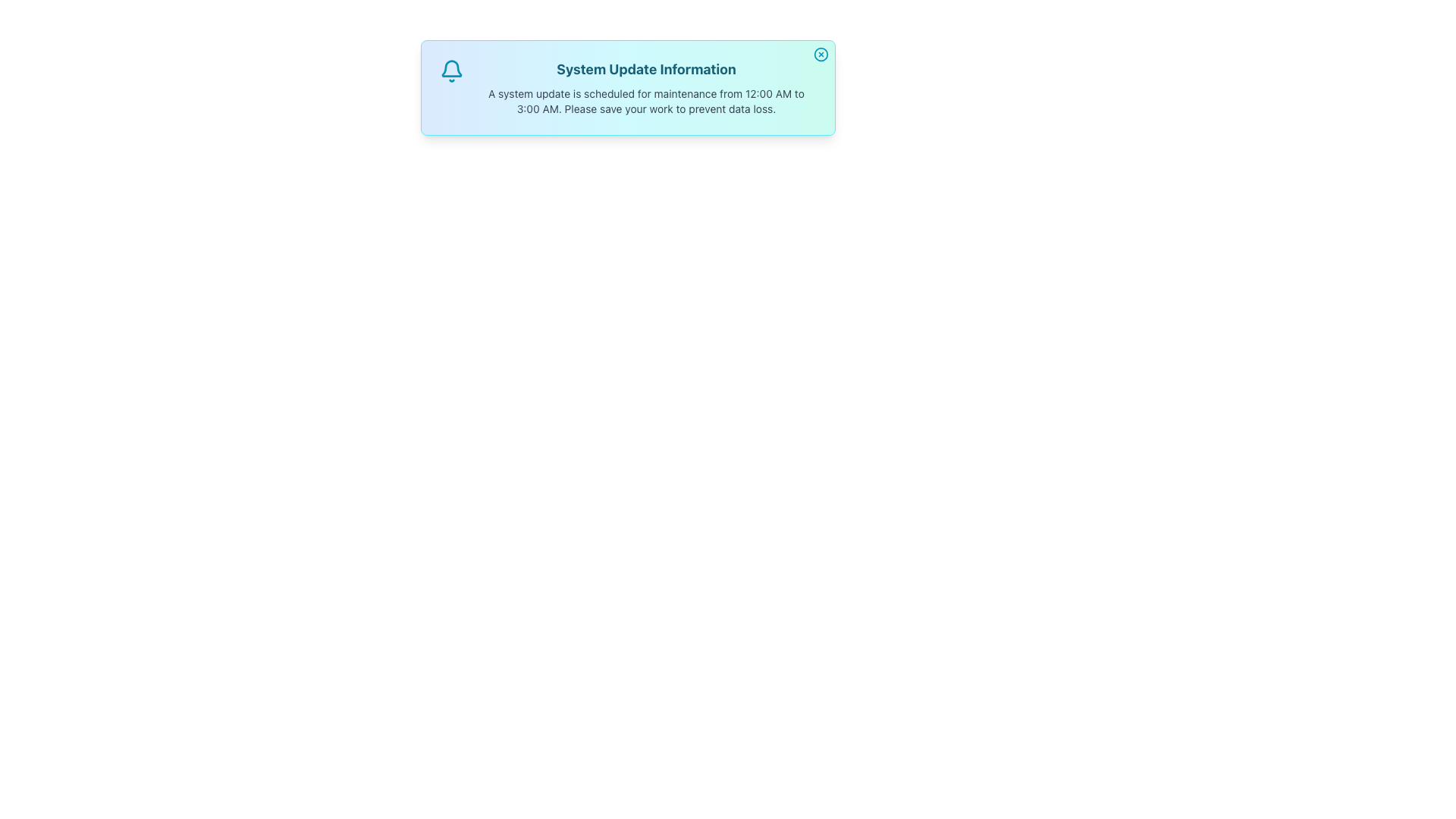 The width and height of the screenshot is (1456, 819). I want to click on the dismiss button located in the top-right corner of the notification box, so click(821, 54).